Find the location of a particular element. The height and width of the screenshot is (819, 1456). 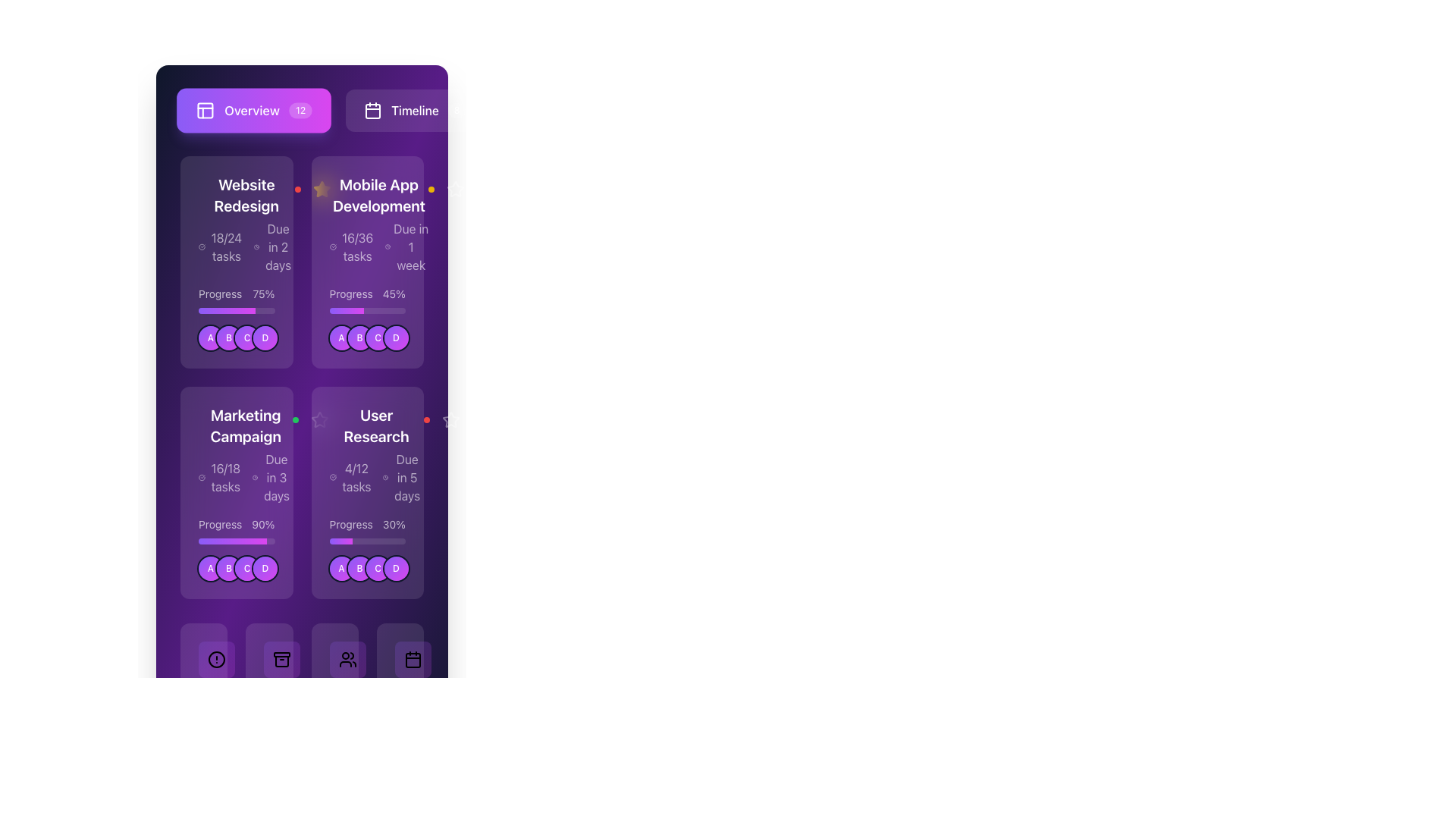

the grouped avatar icons, which are a horizontally arranged set of four circular avatars with gradient backgrounds and letters ('A', 'B', 'C', 'D') in the 'Marketing Campaign' section at the bottom of the card is located at coordinates (237, 568).